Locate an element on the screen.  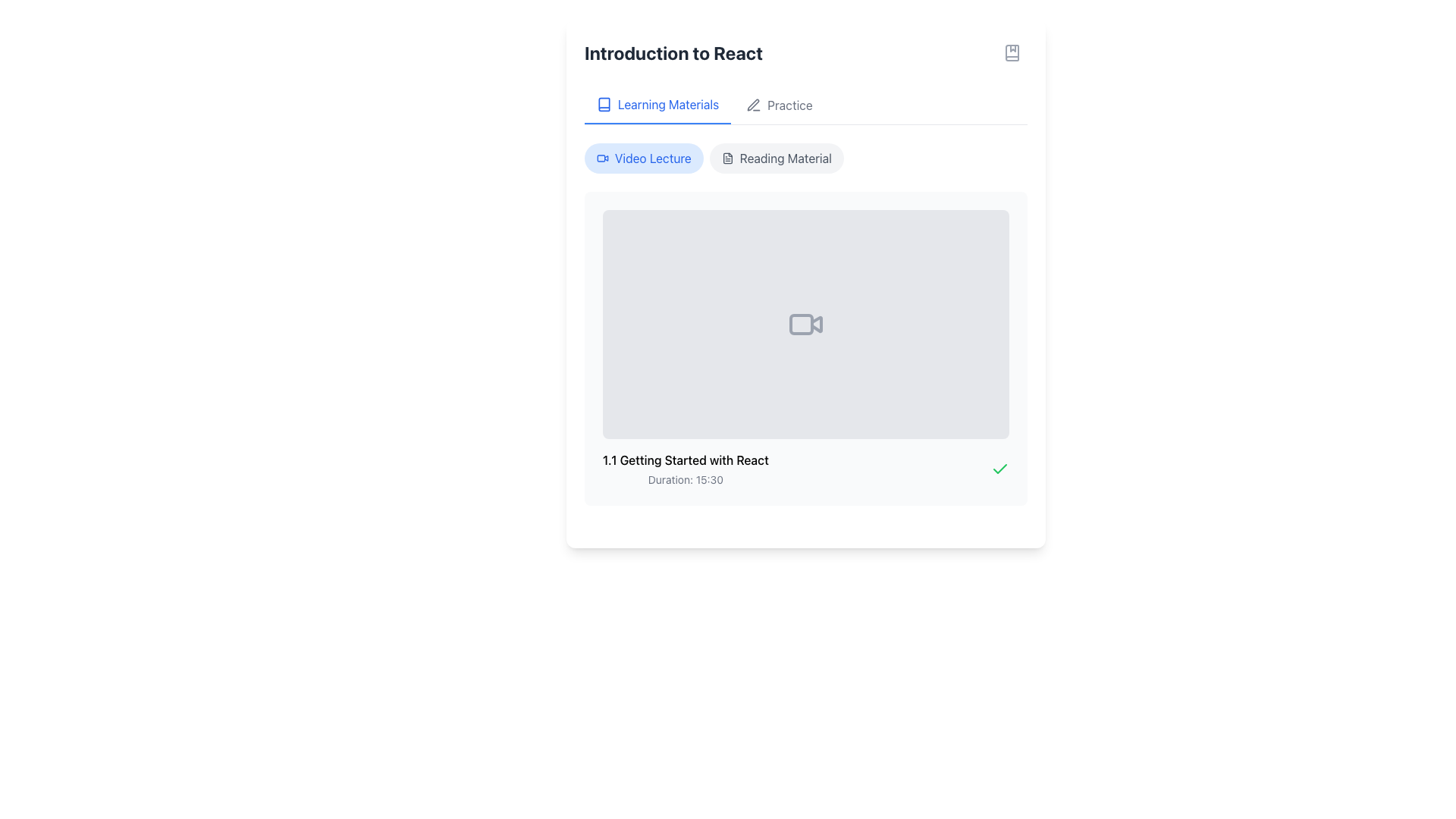
the 'Learning Materials' text label is located at coordinates (667, 104).